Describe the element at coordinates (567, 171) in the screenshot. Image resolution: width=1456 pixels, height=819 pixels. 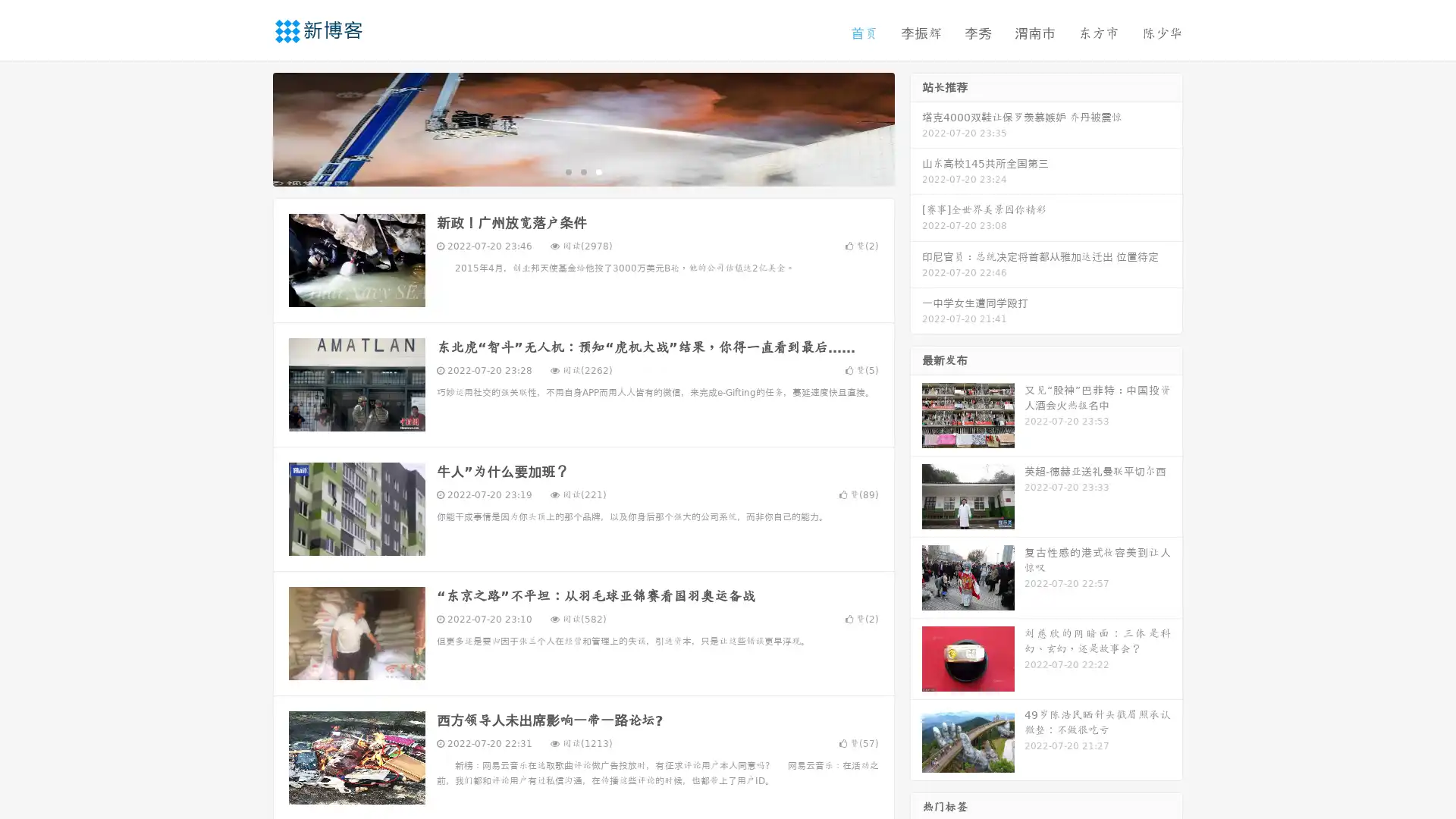
I see `Go to slide 1` at that location.